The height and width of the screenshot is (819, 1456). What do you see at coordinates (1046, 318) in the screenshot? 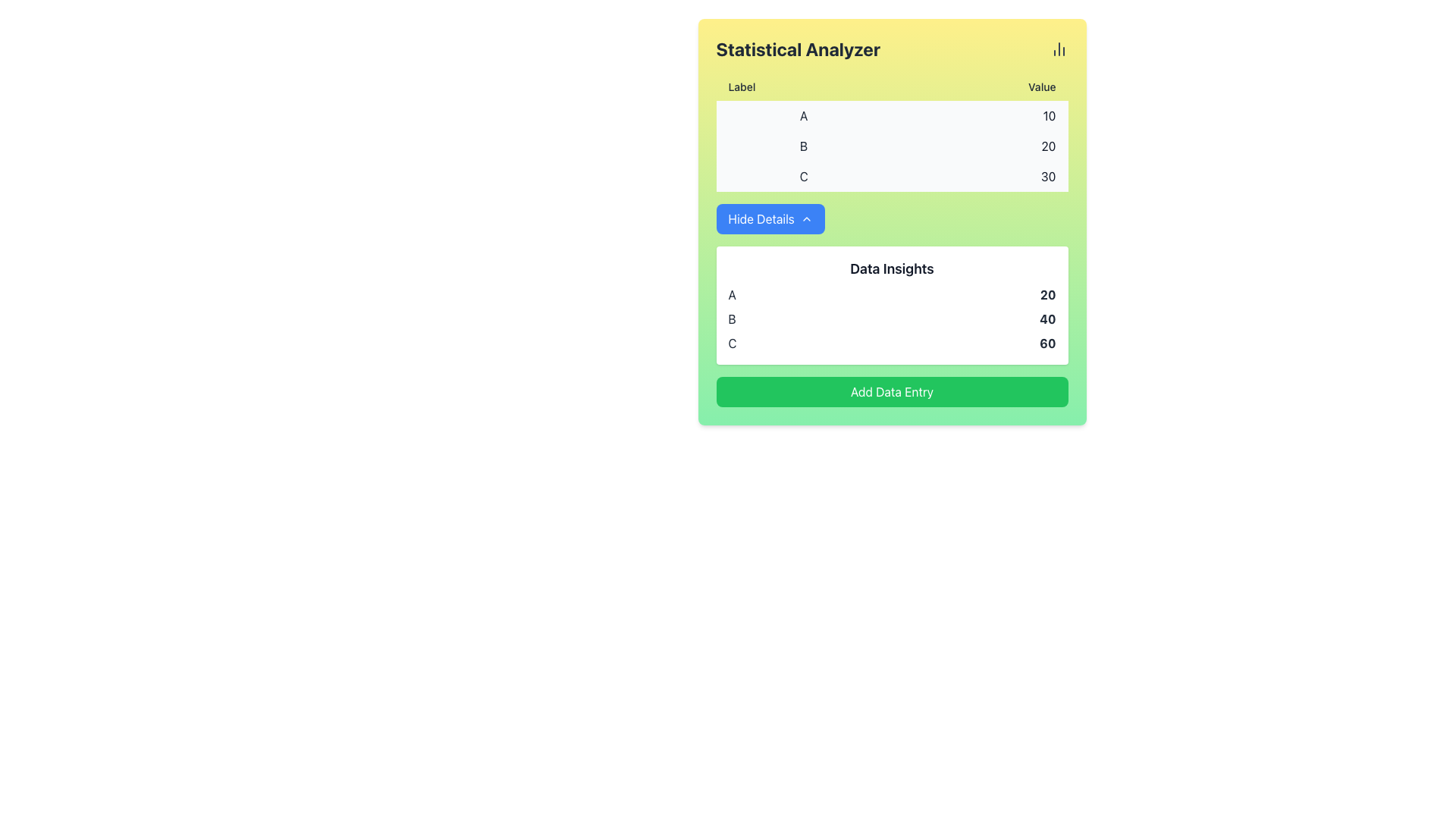
I see `the text label displaying the numerical value associated with 'B' in the 'Data Insights' section, located next to the value '20' and preceding '60'` at bounding box center [1046, 318].